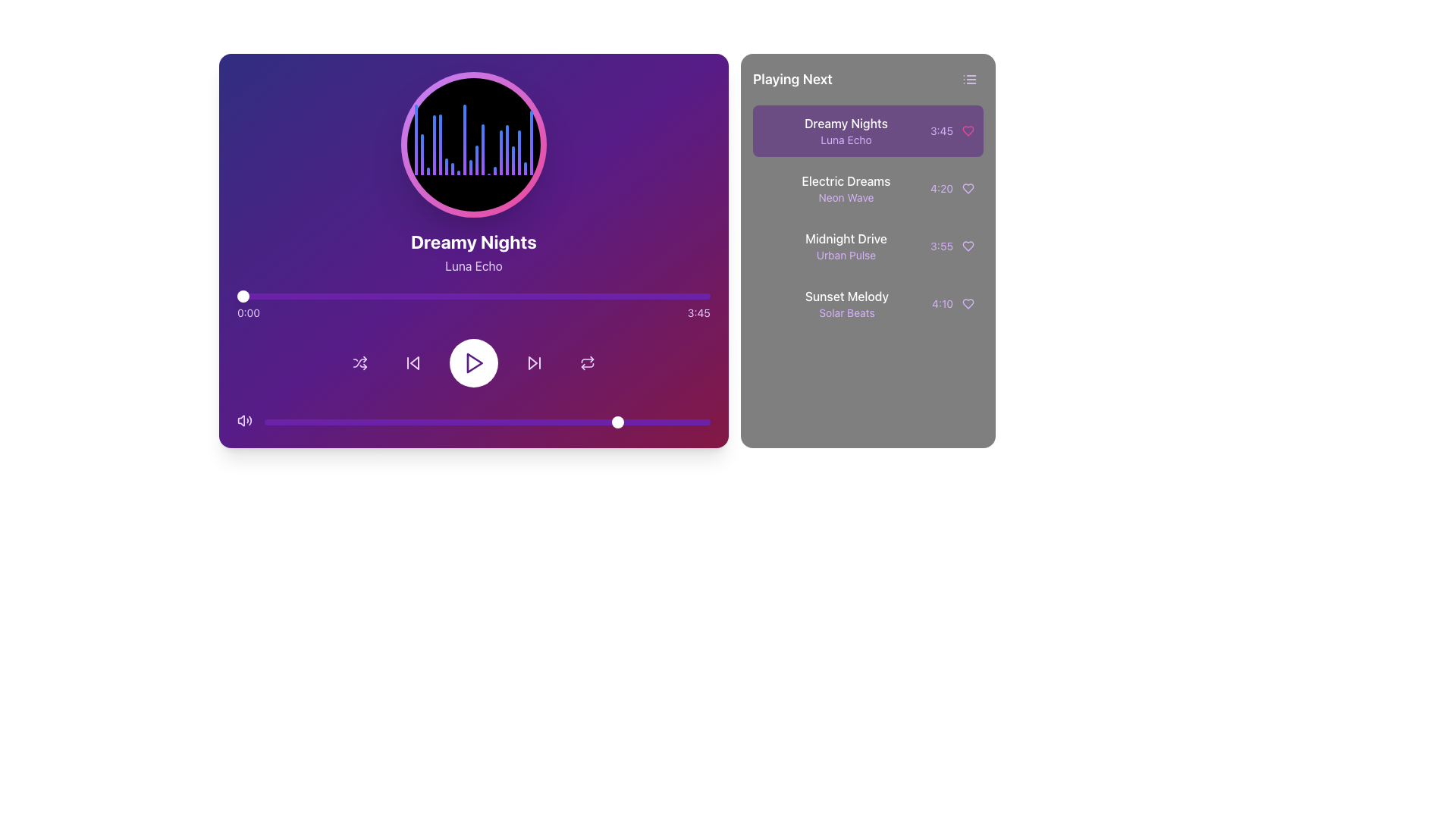 The height and width of the screenshot is (819, 1456). I want to click on the visual bar located at the 17th position from the left in the bar chart component, so click(507, 149).